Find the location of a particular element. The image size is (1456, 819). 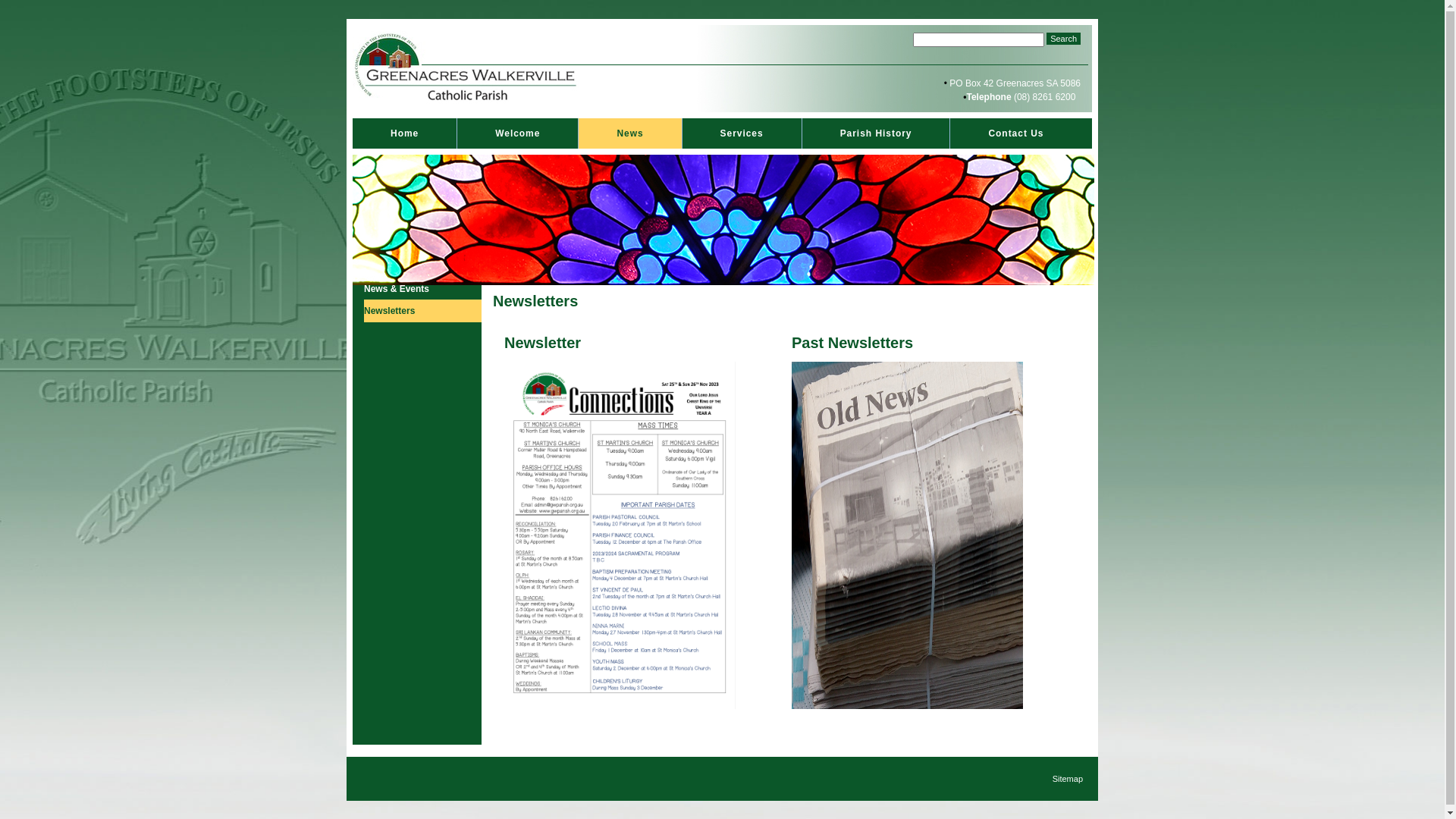

'Parish History' is located at coordinates (876, 133).